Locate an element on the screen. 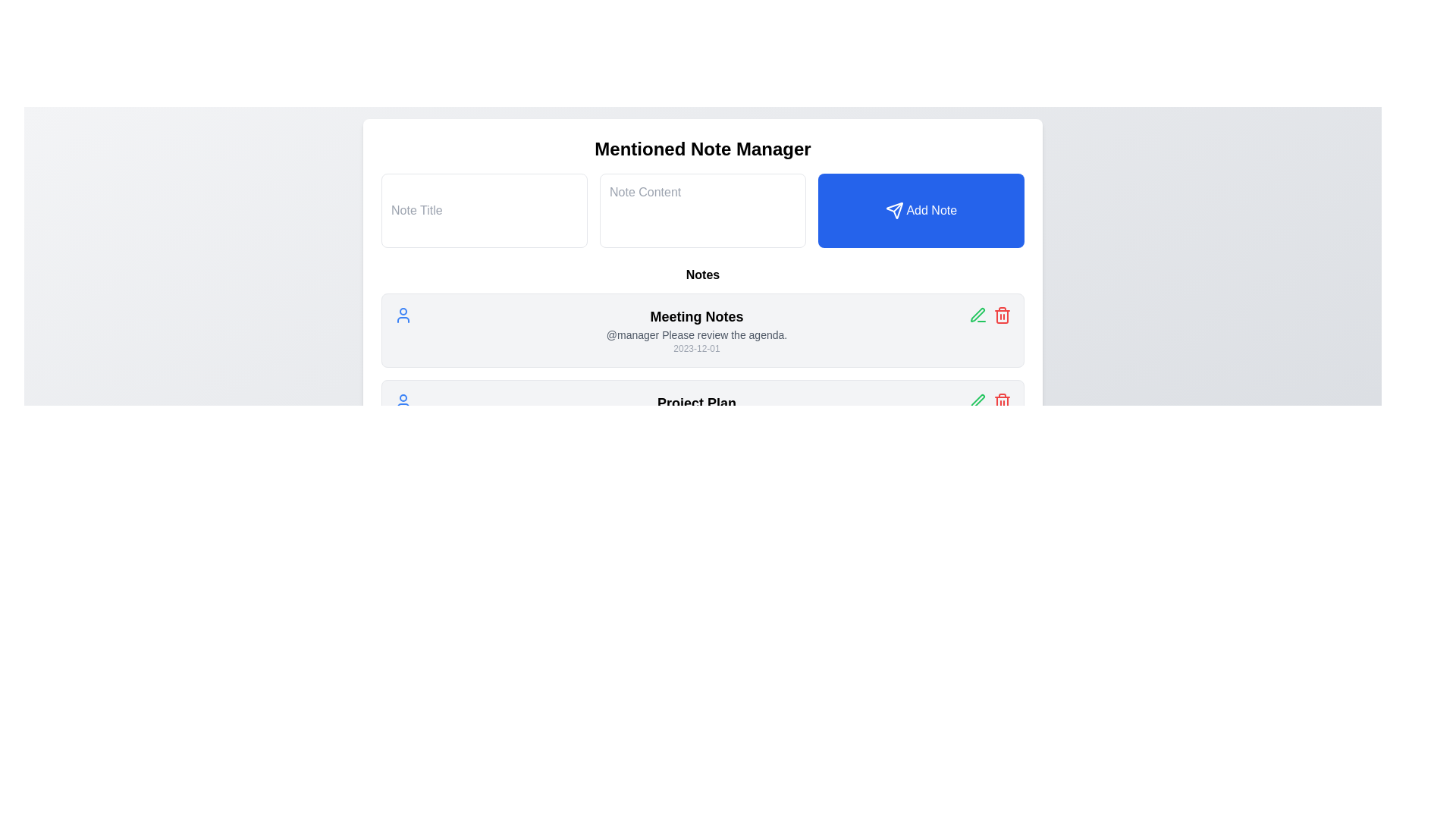 This screenshot has width=1456, height=819. the Trash Can icon, which is positioned to the far right of a group of action icons is located at coordinates (1002, 400).